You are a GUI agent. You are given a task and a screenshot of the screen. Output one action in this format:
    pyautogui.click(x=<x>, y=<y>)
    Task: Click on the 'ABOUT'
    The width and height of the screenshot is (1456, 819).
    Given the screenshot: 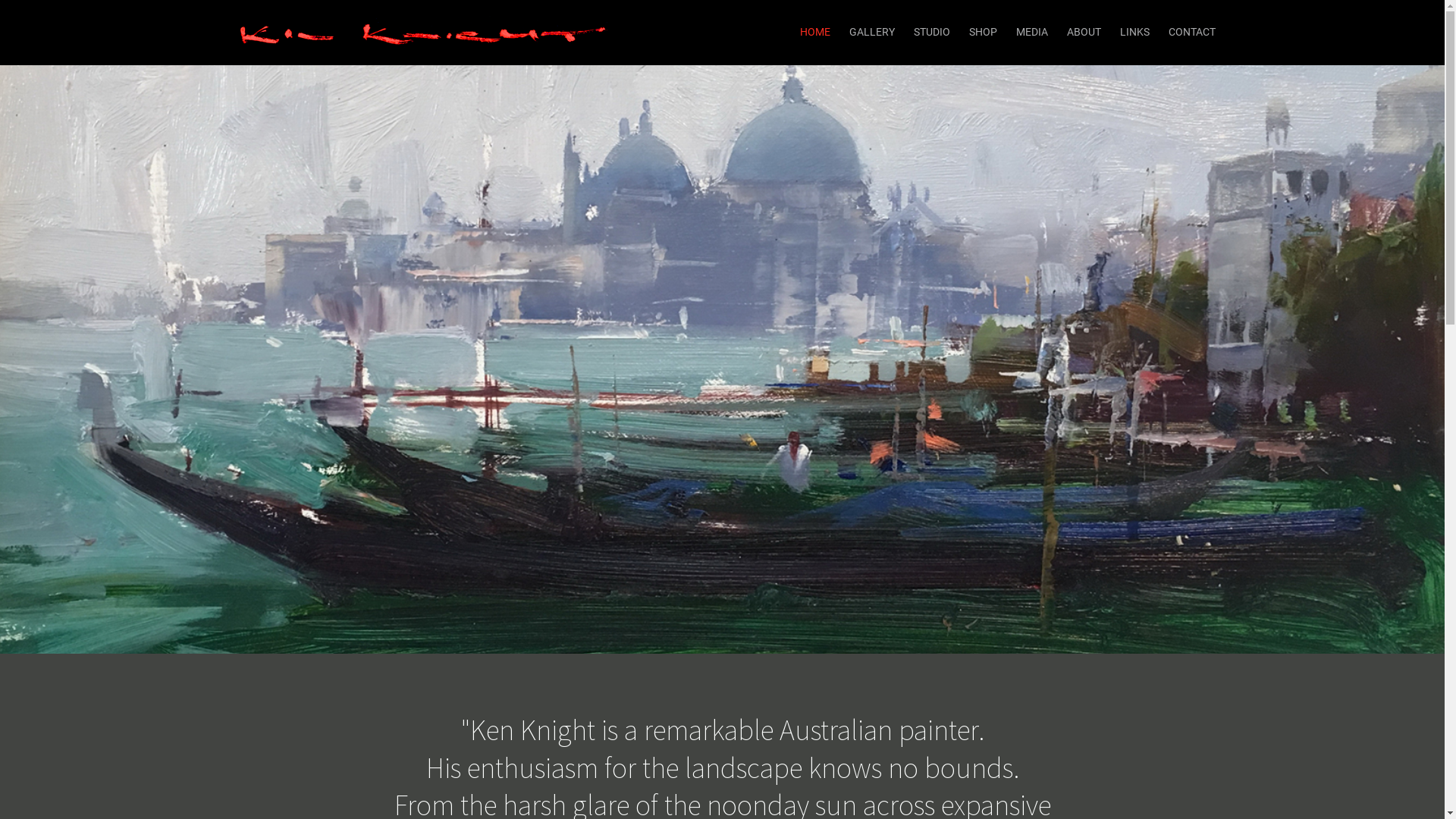 What is the action you would take?
    pyautogui.click(x=1082, y=32)
    